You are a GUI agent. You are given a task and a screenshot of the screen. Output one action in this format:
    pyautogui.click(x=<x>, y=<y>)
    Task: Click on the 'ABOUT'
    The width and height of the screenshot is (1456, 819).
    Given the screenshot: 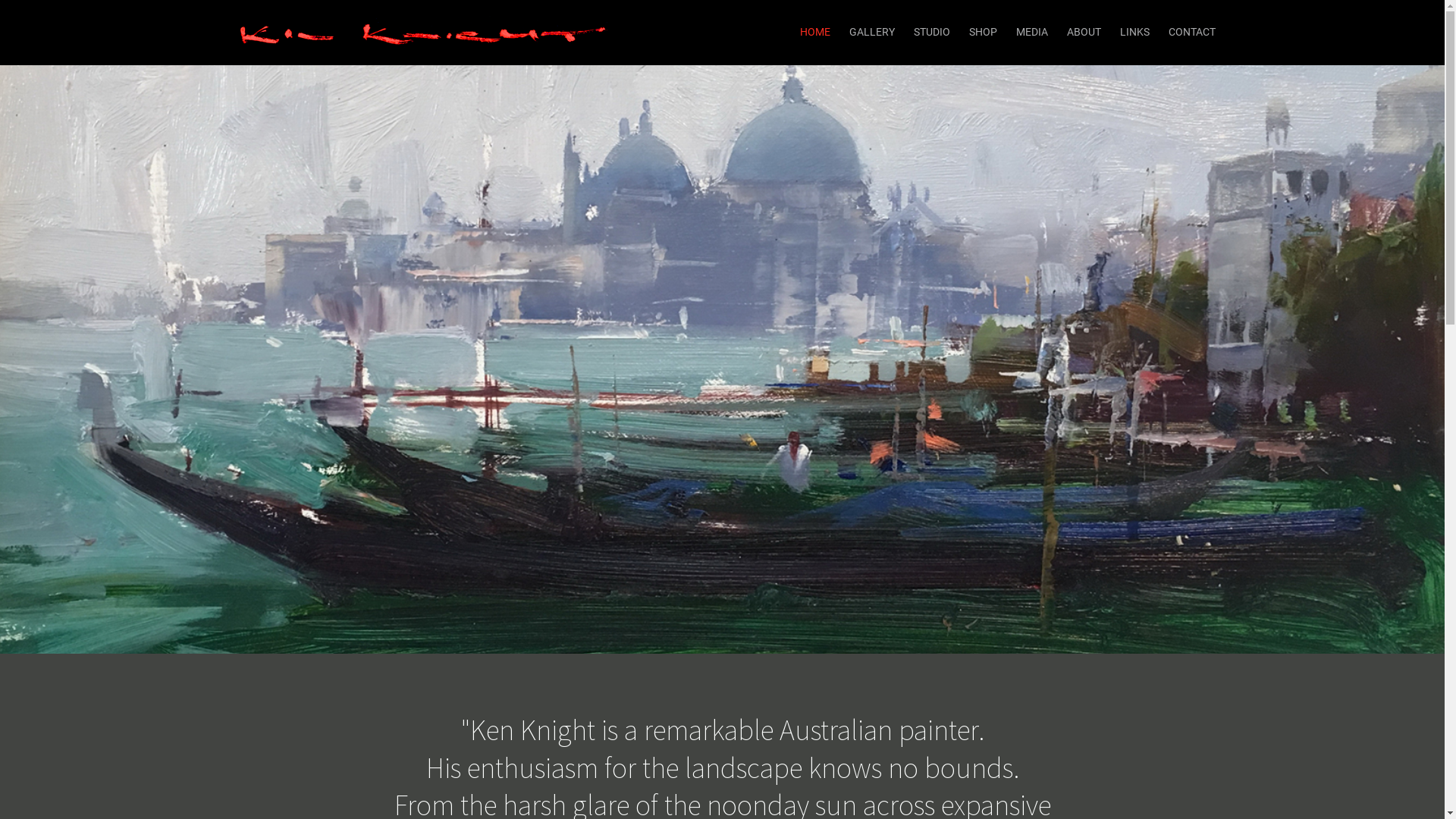 What is the action you would take?
    pyautogui.click(x=1082, y=32)
    